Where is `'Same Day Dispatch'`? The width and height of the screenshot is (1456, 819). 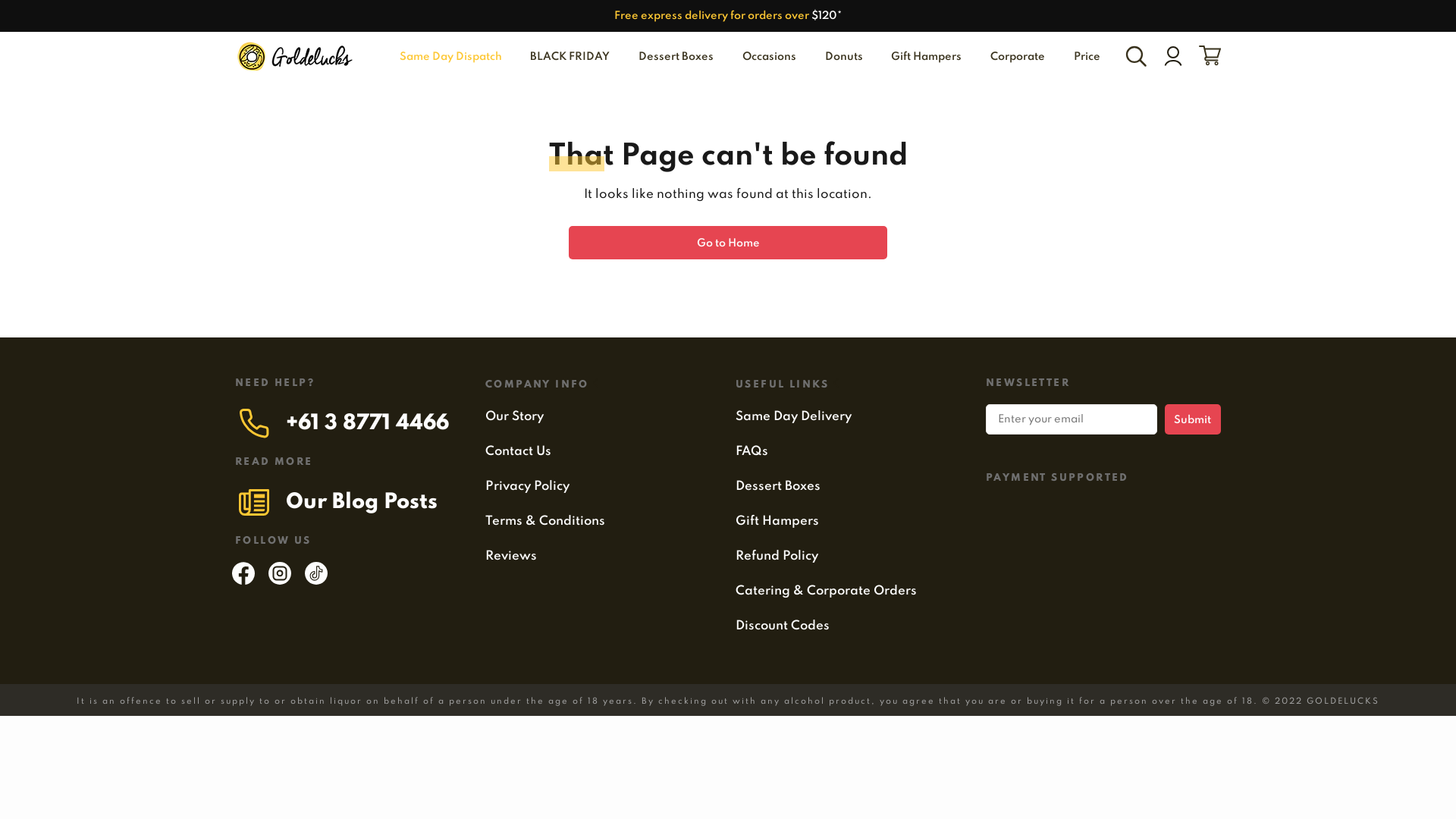
'Same Day Dispatch' is located at coordinates (448, 56).